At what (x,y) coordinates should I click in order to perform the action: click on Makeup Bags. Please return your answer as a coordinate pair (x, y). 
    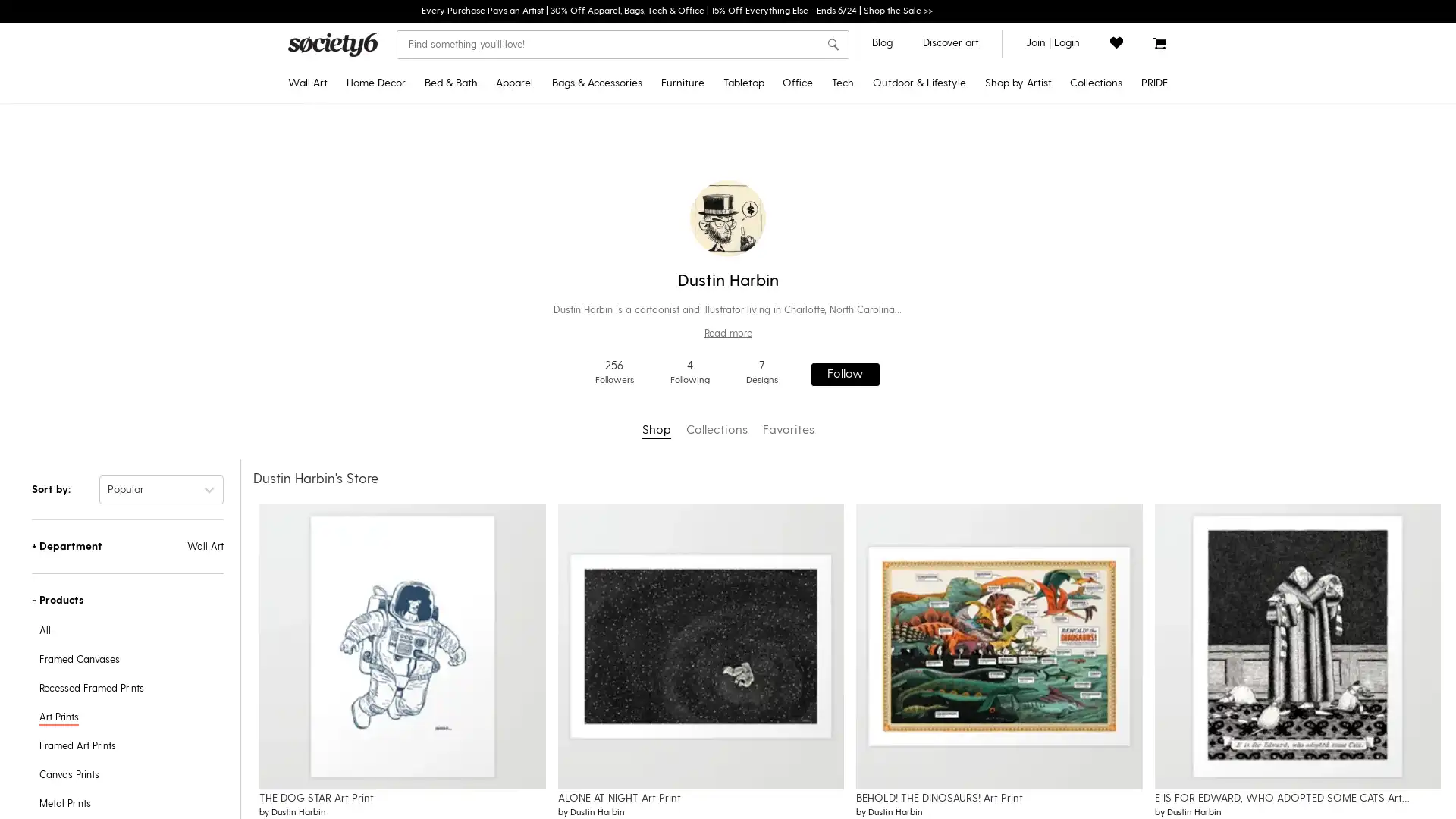
    Looking at the image, I should click on (607, 268).